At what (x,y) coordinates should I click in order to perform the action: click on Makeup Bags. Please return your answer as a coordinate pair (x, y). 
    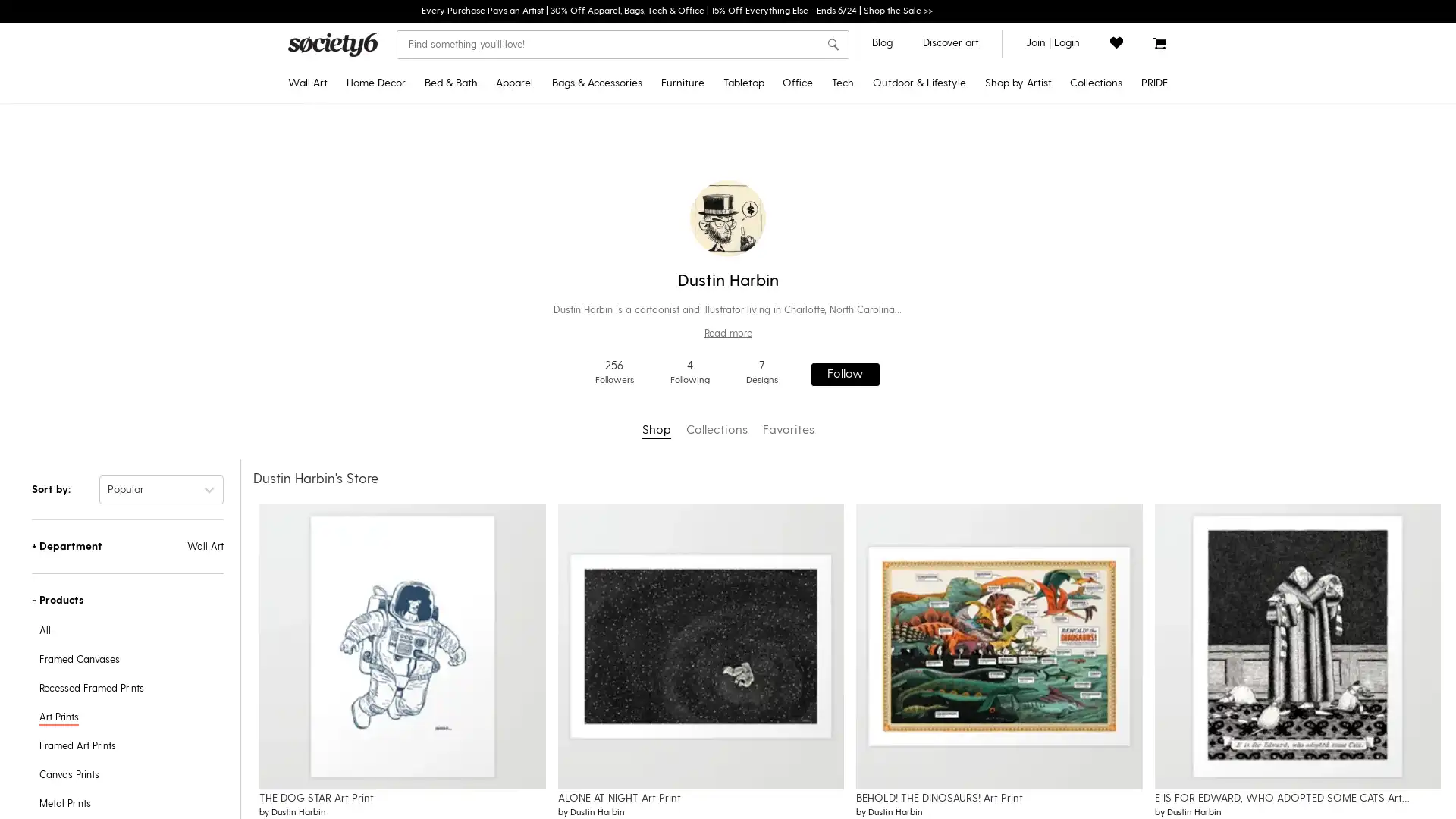
    Looking at the image, I should click on (607, 268).